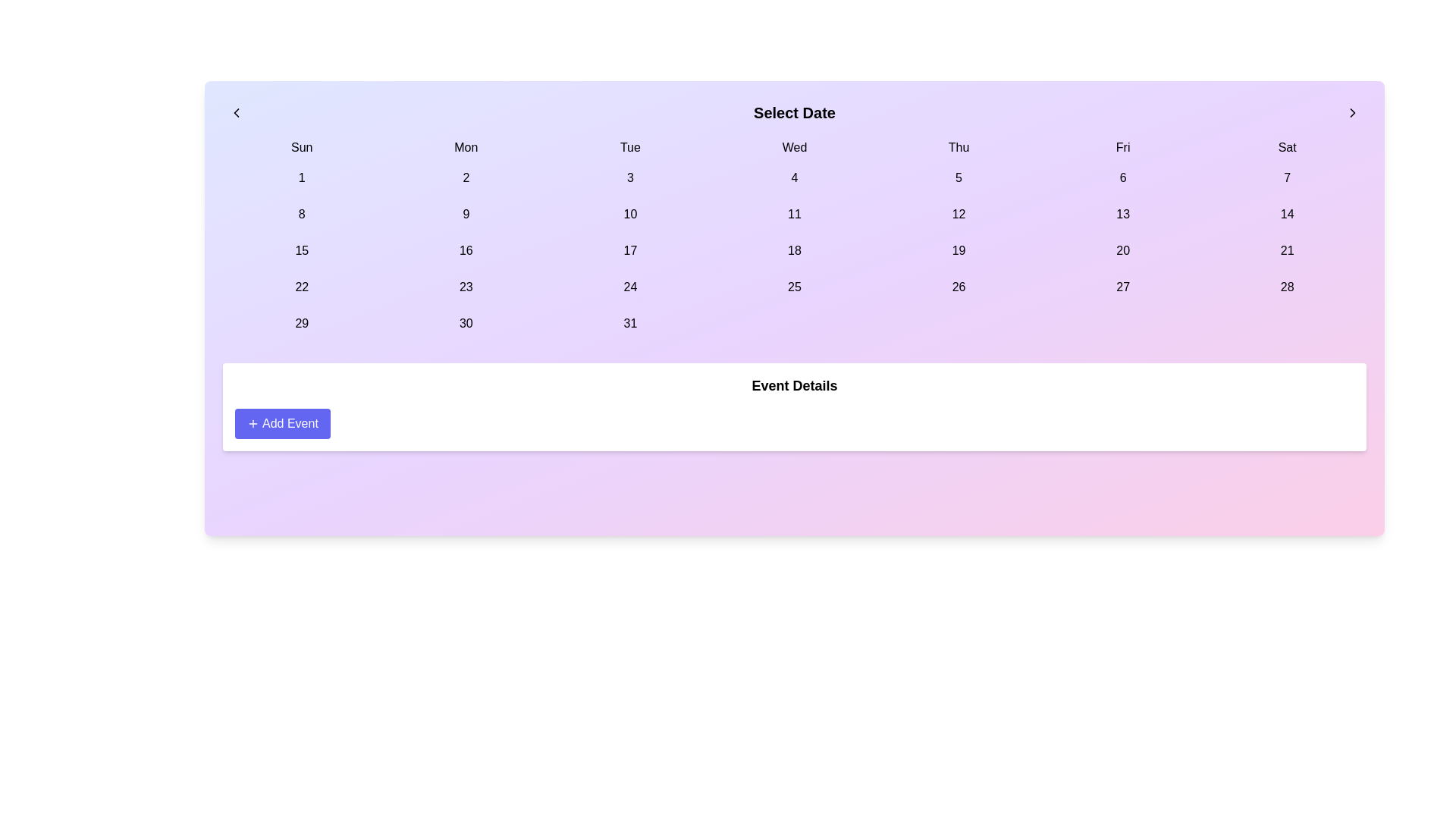 This screenshot has height=819, width=1456. Describe the element at coordinates (958, 287) in the screenshot. I see `the rectangular button with a light purple background and the text '26' centered within it` at that location.